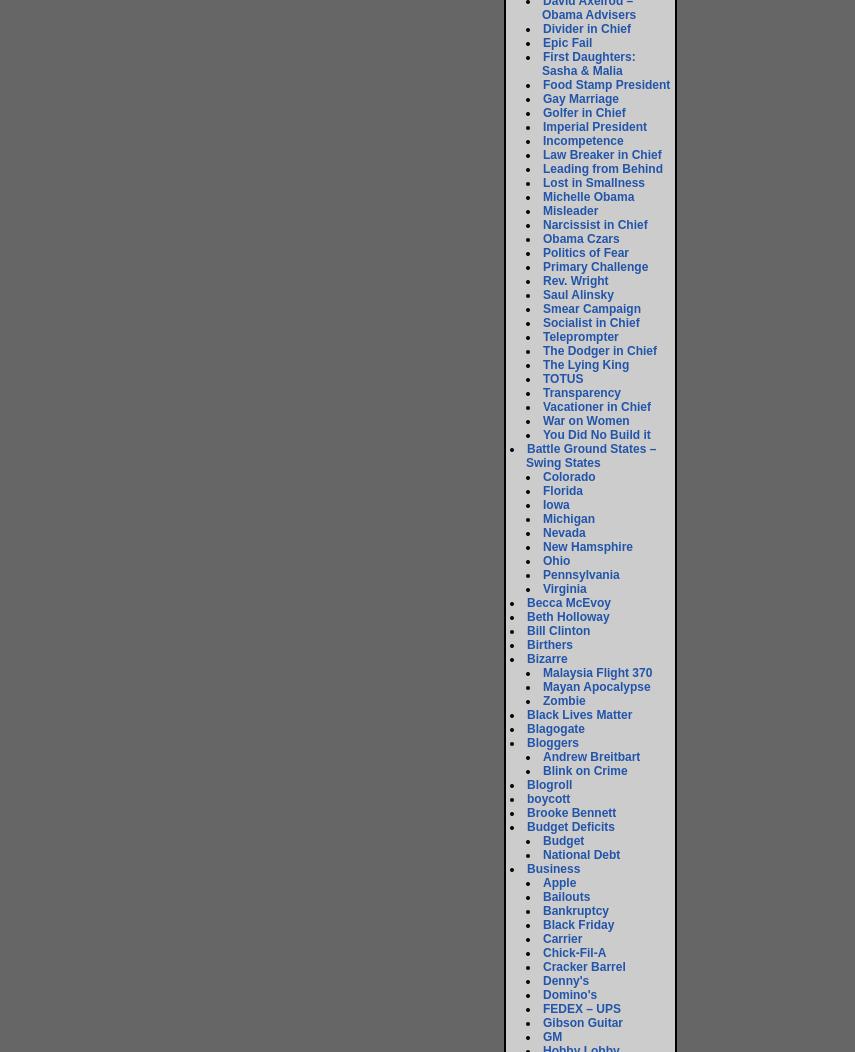 This screenshot has width=855, height=1052. What do you see at coordinates (594, 224) in the screenshot?
I see `'Narcissist in Chief'` at bounding box center [594, 224].